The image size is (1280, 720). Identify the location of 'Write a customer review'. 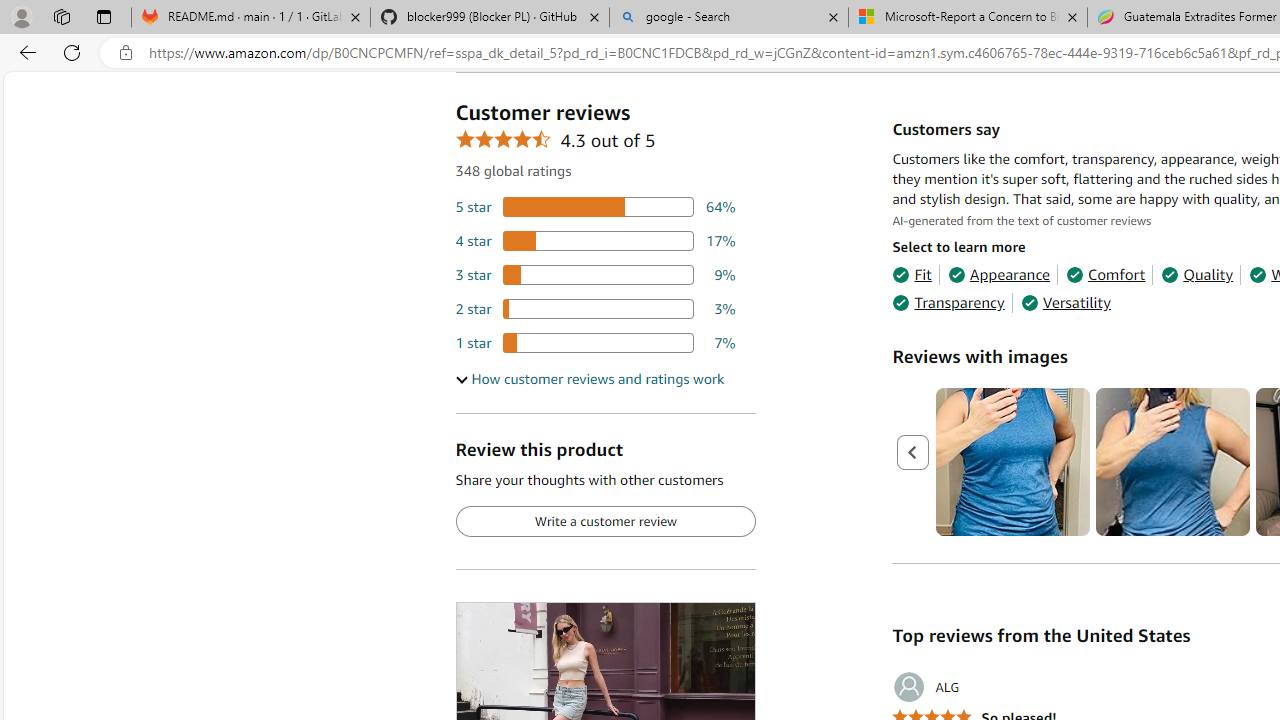
(604, 521).